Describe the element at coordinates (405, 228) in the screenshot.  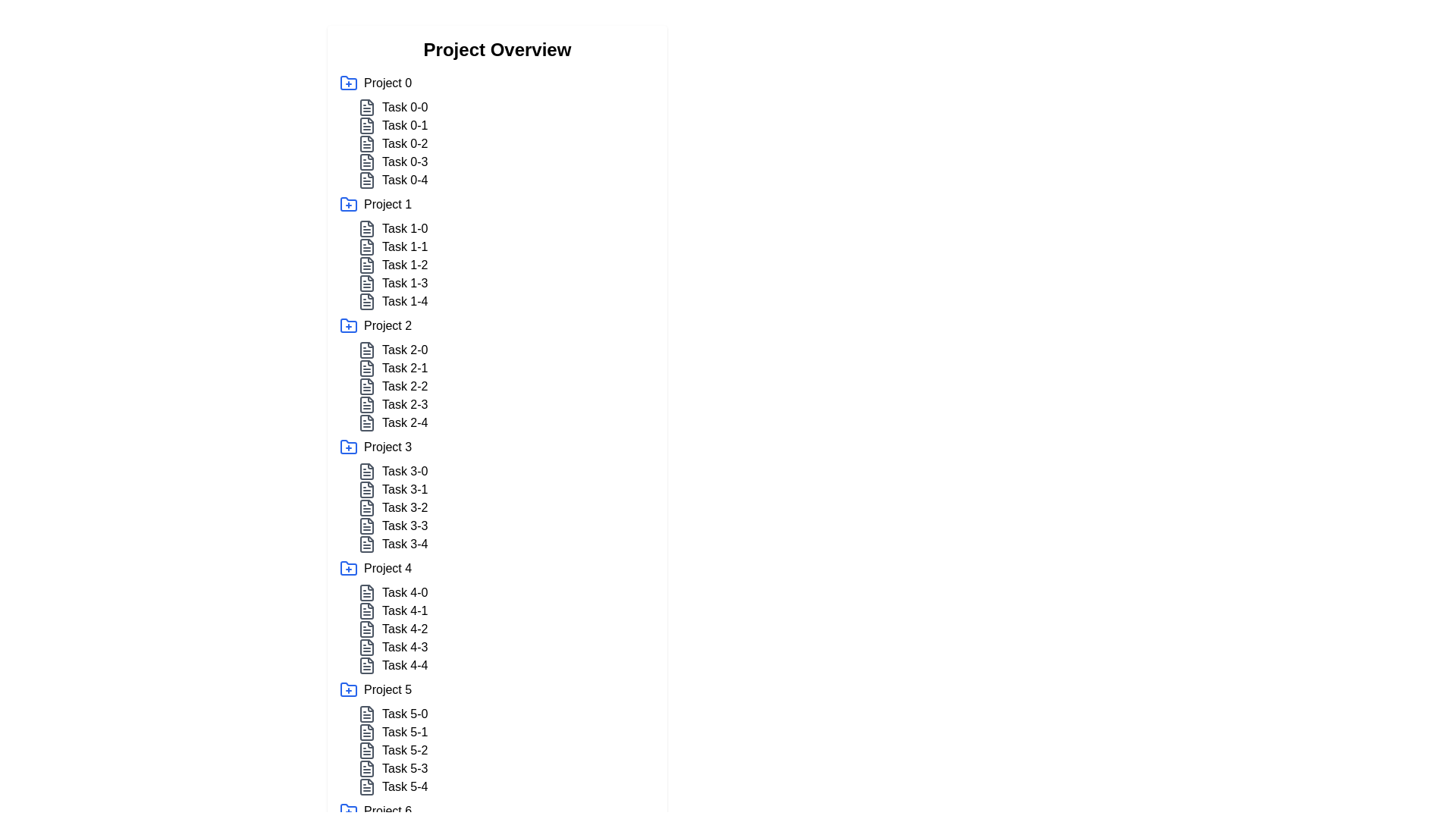
I see `the text label displaying 'Task 1-0'` at that location.